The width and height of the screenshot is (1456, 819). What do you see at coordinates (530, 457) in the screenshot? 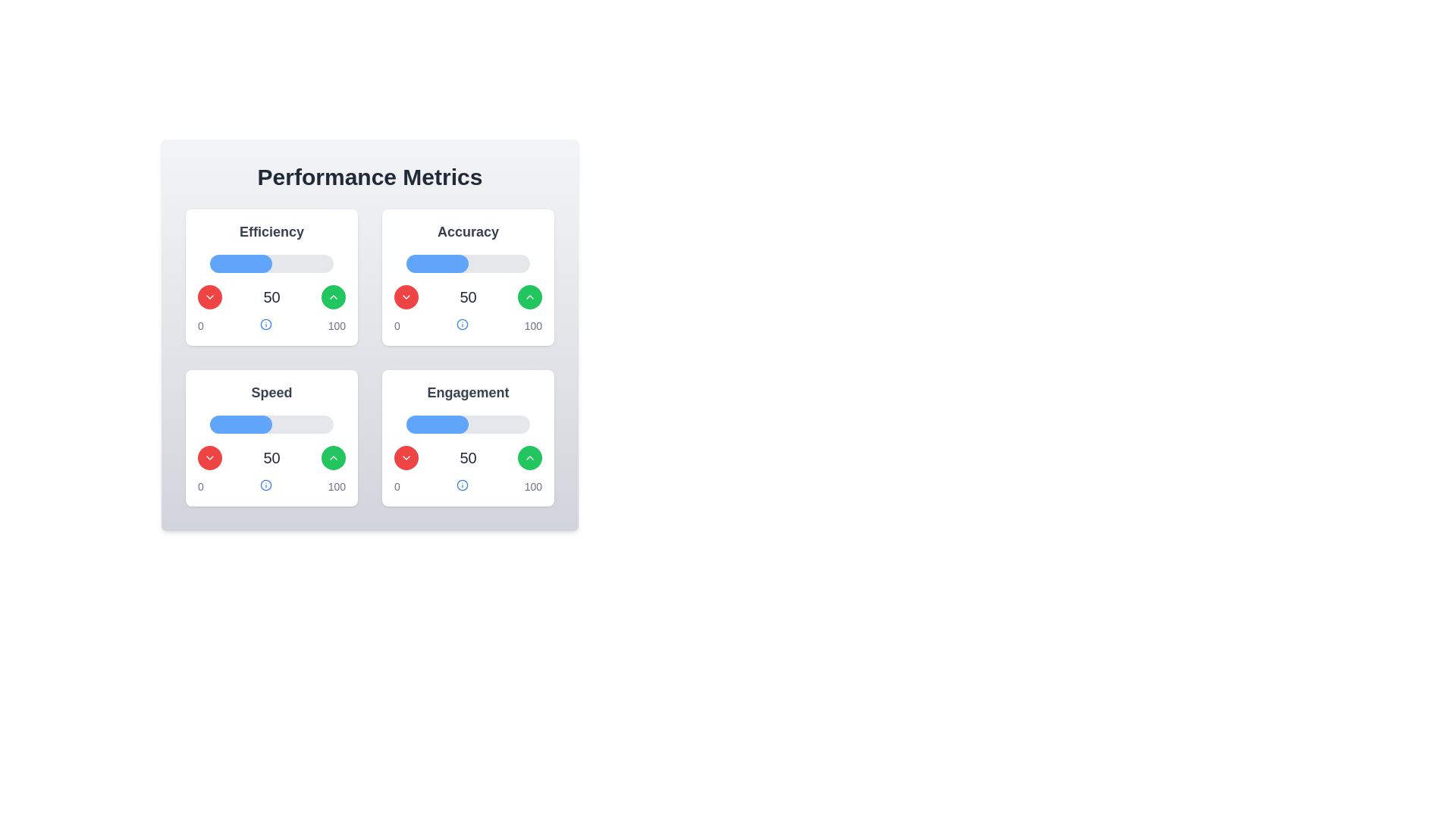
I see `the interactive button located in the bottom-right section of the 'Engagement' card` at bounding box center [530, 457].